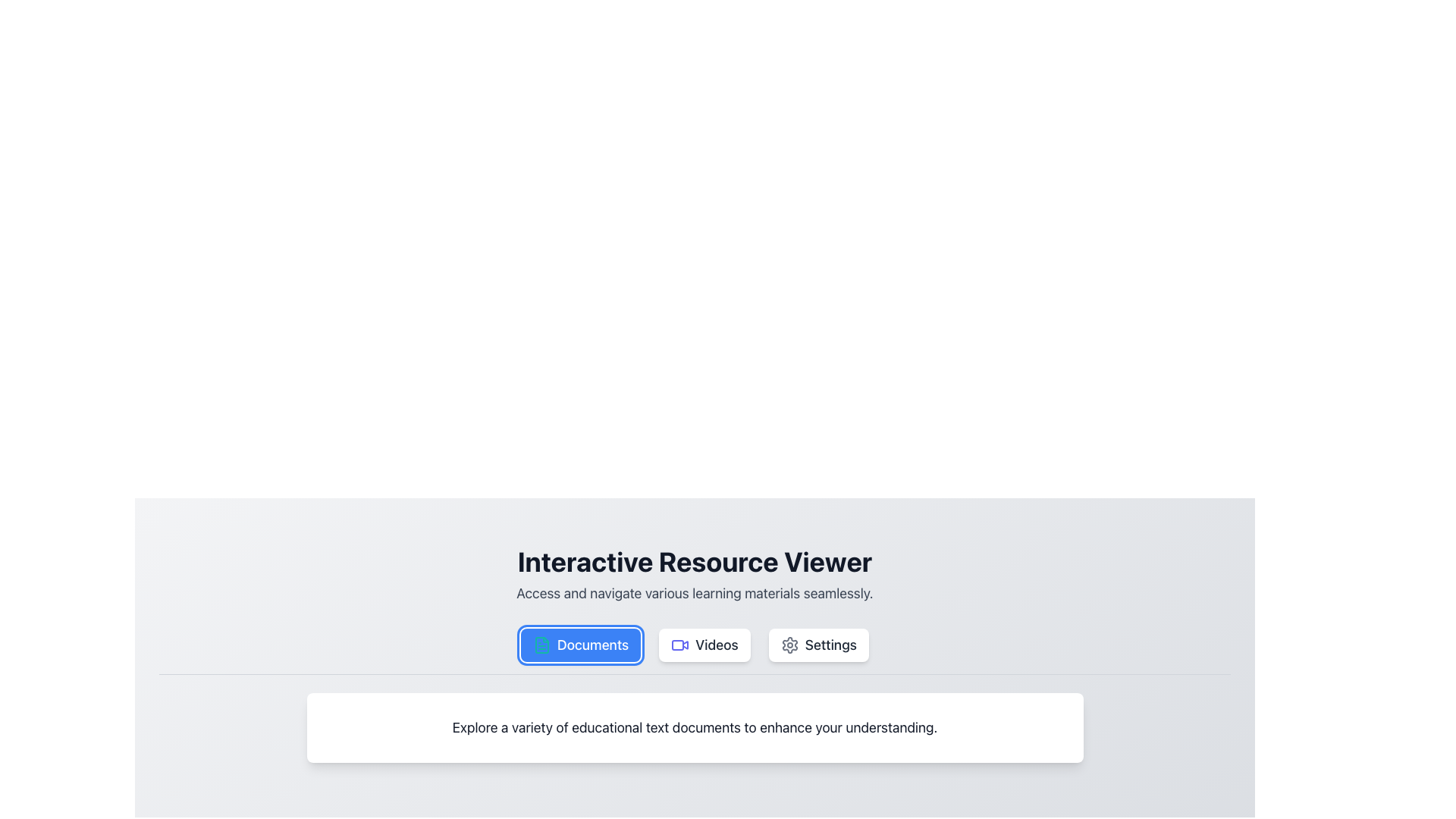 The image size is (1456, 819). I want to click on the gear icon for settings located, so click(789, 645).